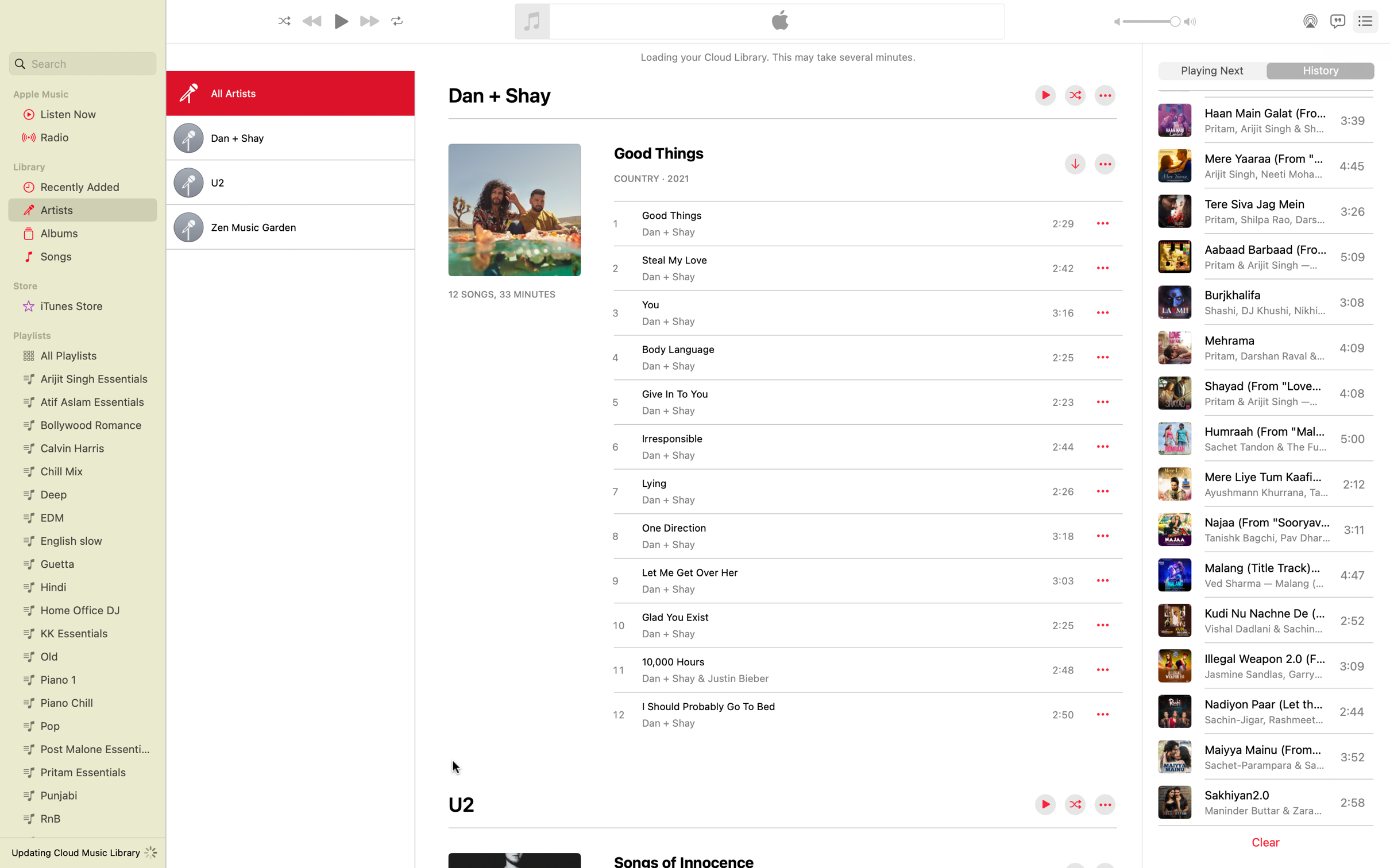 The height and width of the screenshot is (868, 1390). I want to click on the track titled "One Direction, so click(842, 534).